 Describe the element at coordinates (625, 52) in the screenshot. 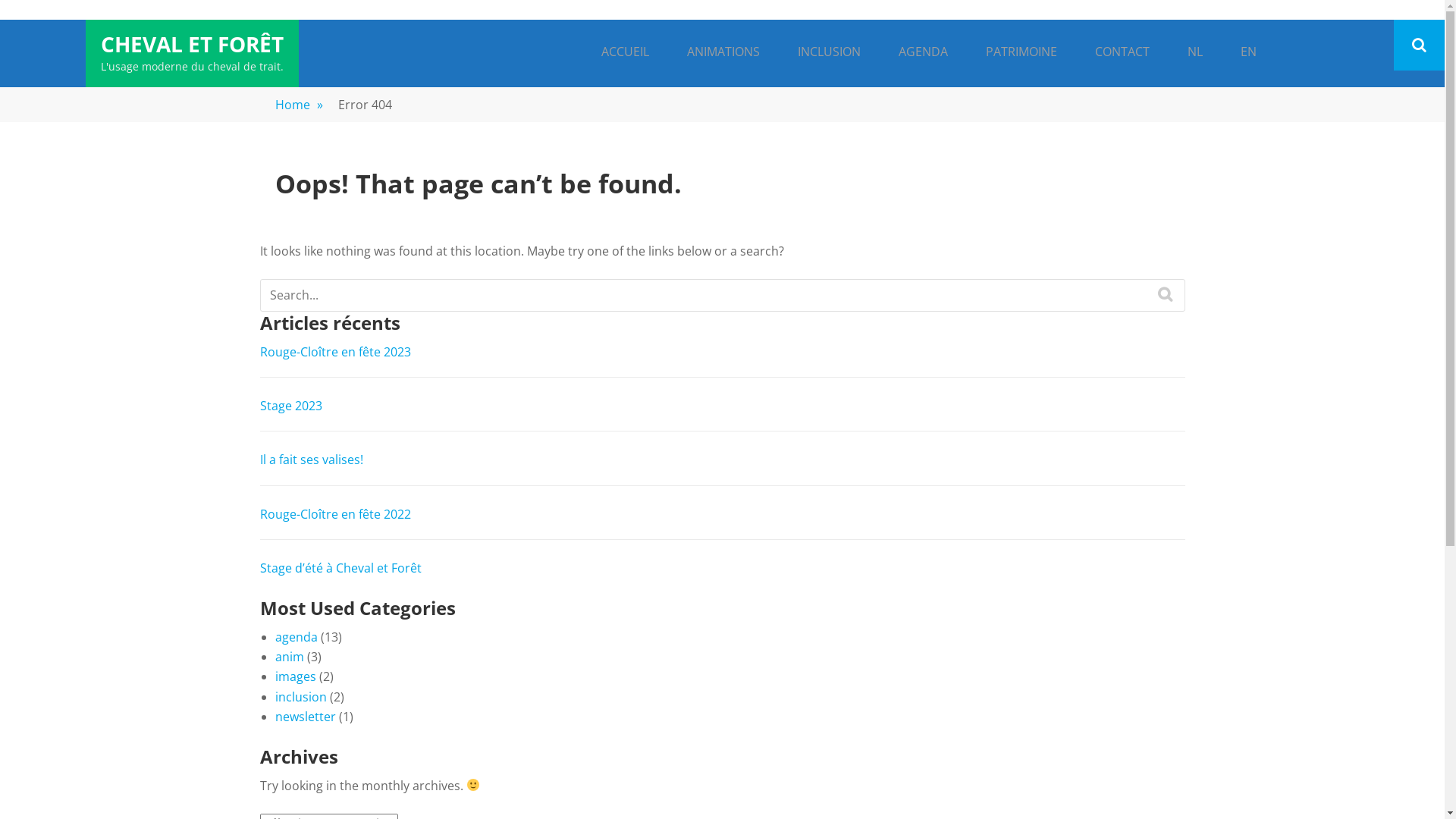

I see `'ACCUEIL'` at that location.